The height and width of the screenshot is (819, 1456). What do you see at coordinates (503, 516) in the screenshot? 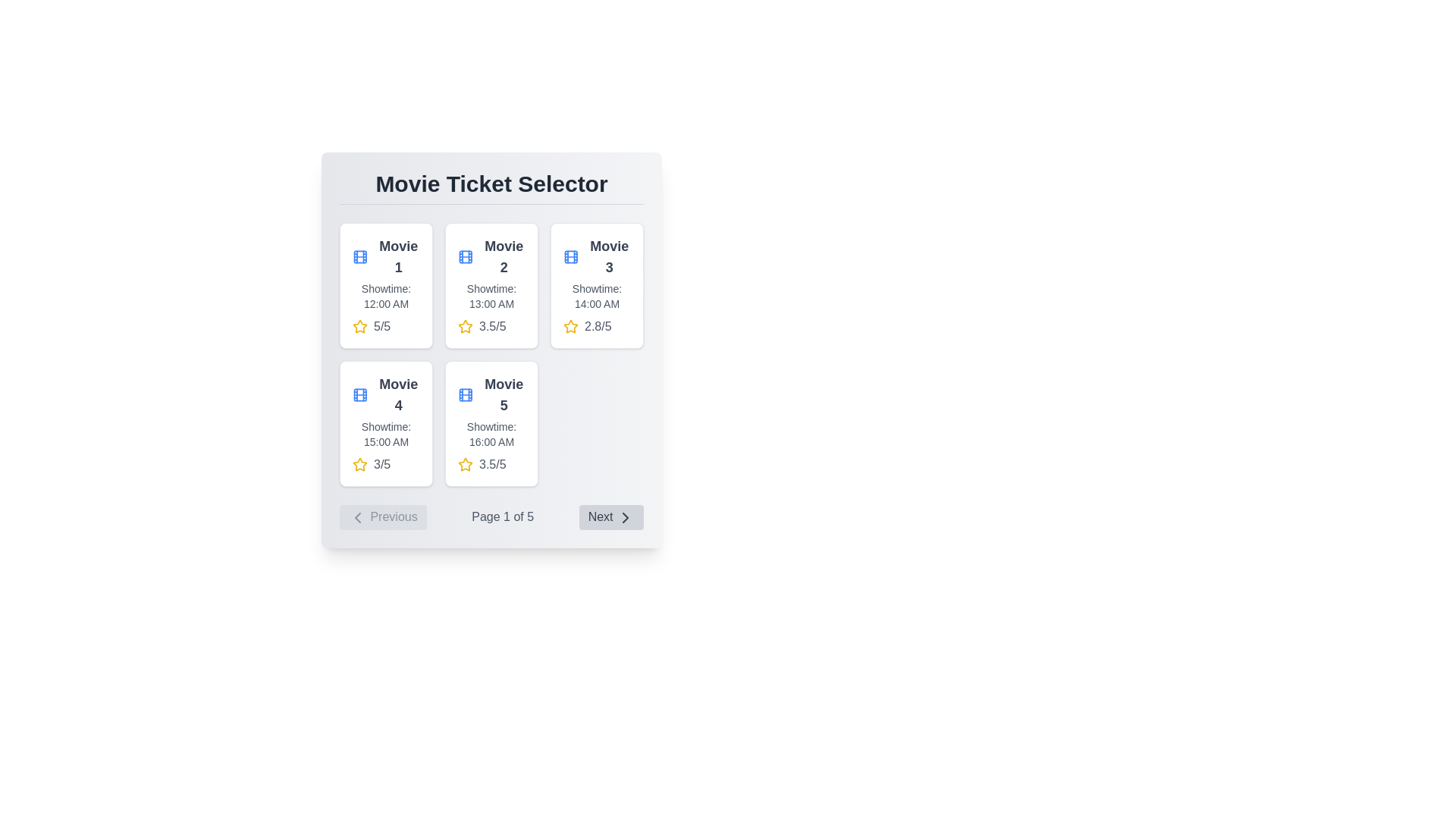
I see `the text label that indicates the current page number and total number of pages, which is centrally located in the horizontal navigation section between 'Previous' and 'Next' buttons` at bounding box center [503, 516].